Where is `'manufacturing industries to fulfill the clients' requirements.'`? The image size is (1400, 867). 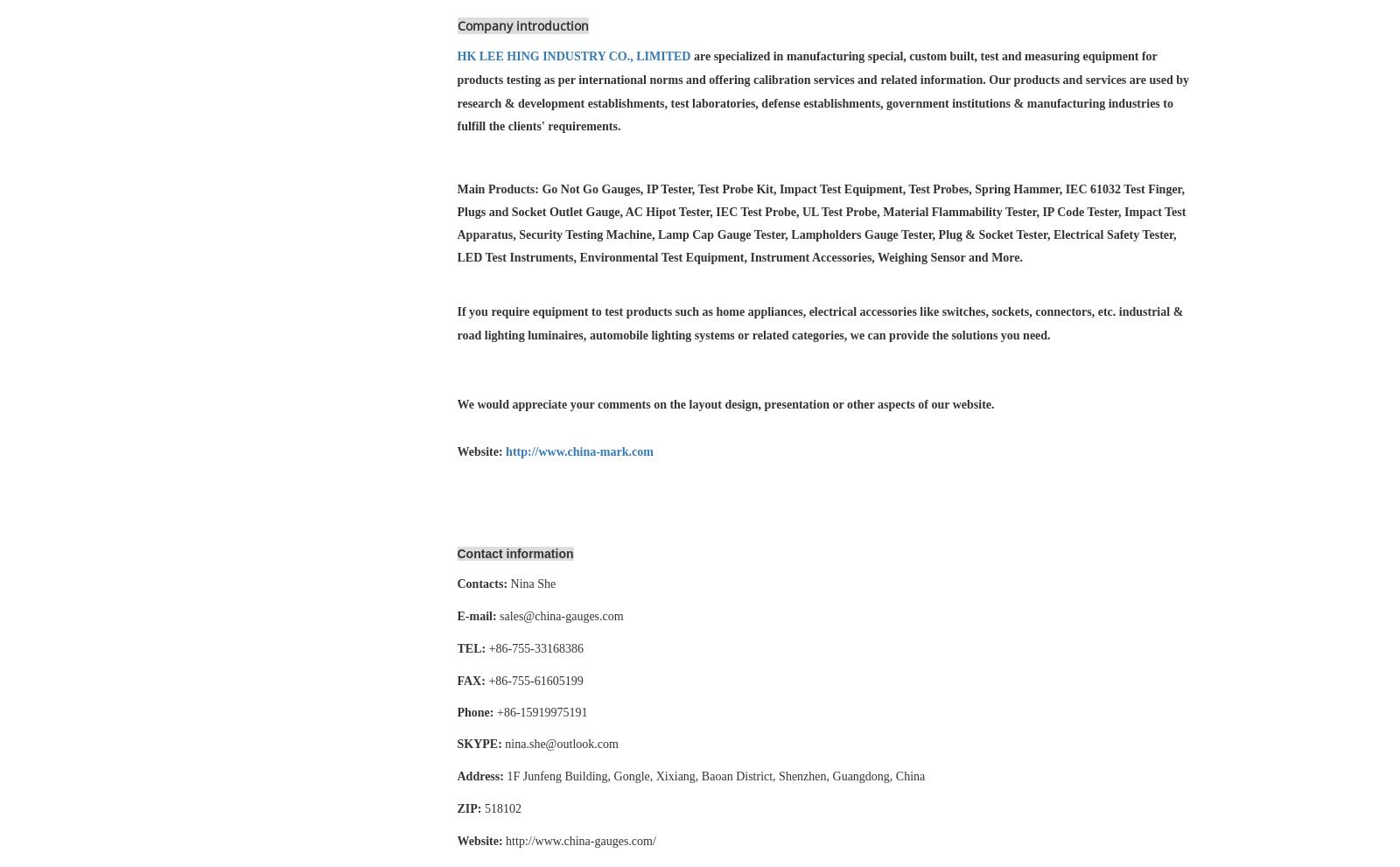
'manufacturing industries to fulfill the clients' requirements.' is located at coordinates (455, 114).